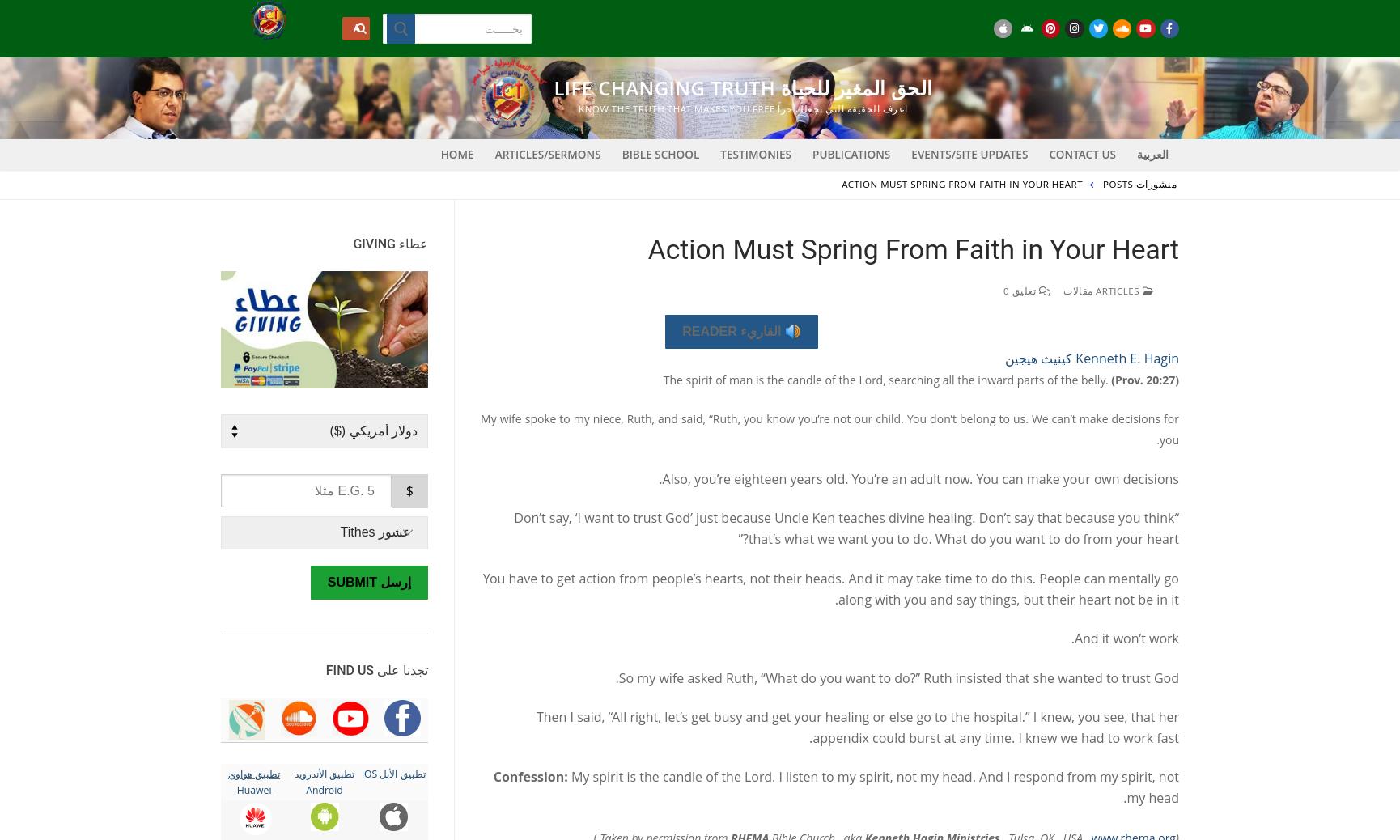  What do you see at coordinates (741, 331) in the screenshot?
I see `'🔊 القاريء Reader'` at bounding box center [741, 331].